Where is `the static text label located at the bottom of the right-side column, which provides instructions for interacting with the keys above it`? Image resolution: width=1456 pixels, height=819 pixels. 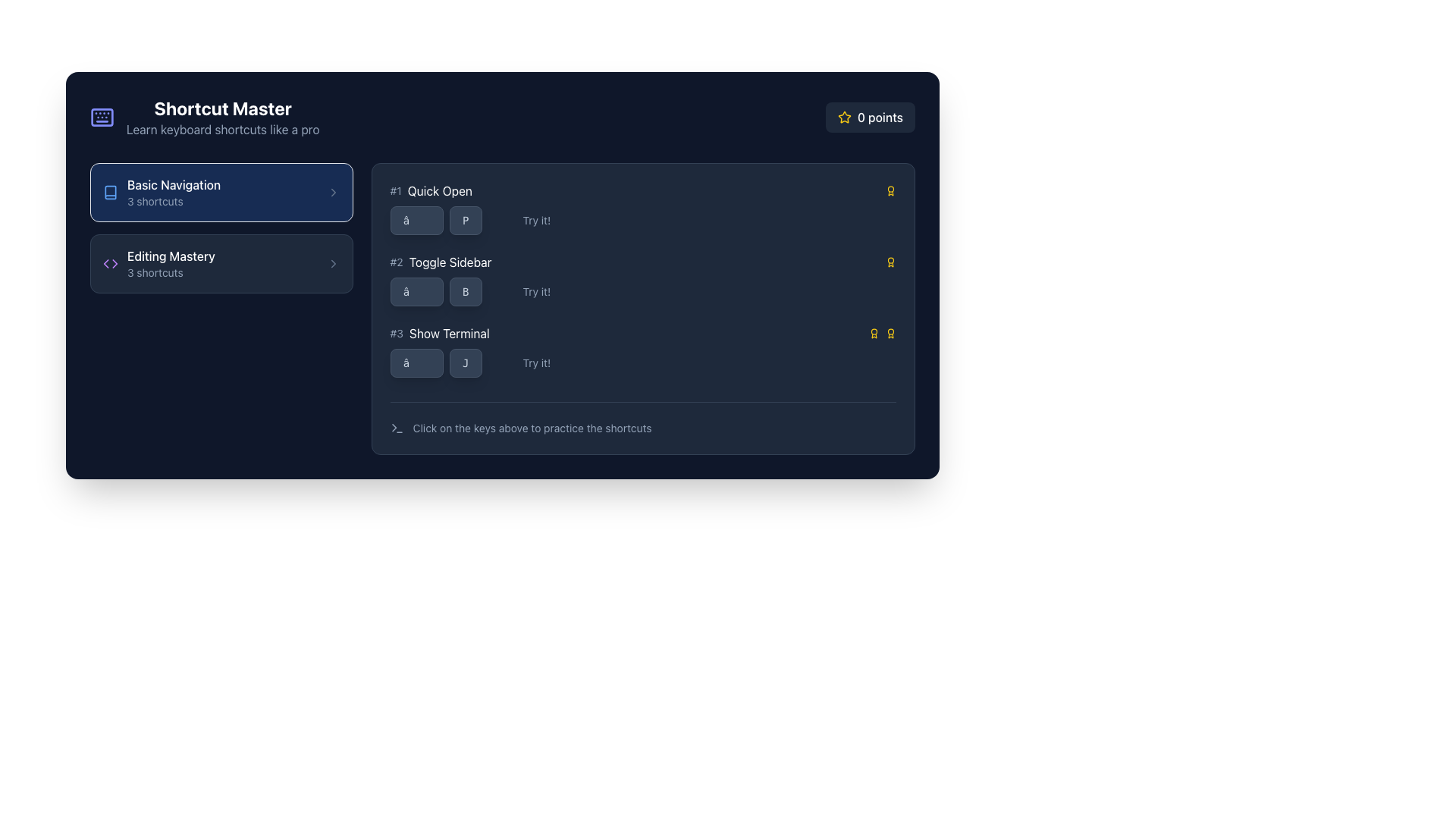
the static text label located at the bottom of the right-side column, which provides instructions for interacting with the keys above it is located at coordinates (532, 428).